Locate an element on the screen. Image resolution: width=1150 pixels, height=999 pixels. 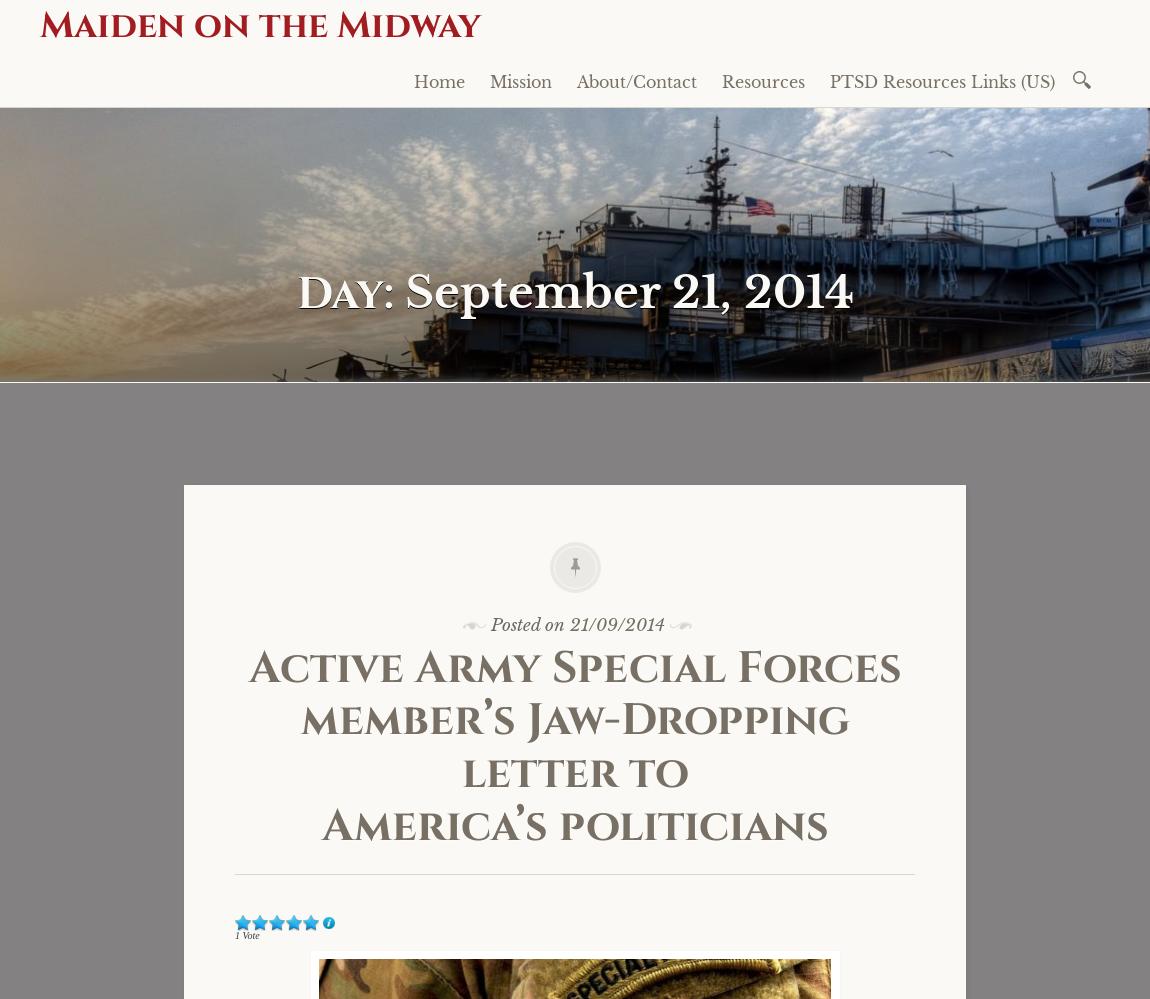
'September 21, 2014' is located at coordinates (627, 291).